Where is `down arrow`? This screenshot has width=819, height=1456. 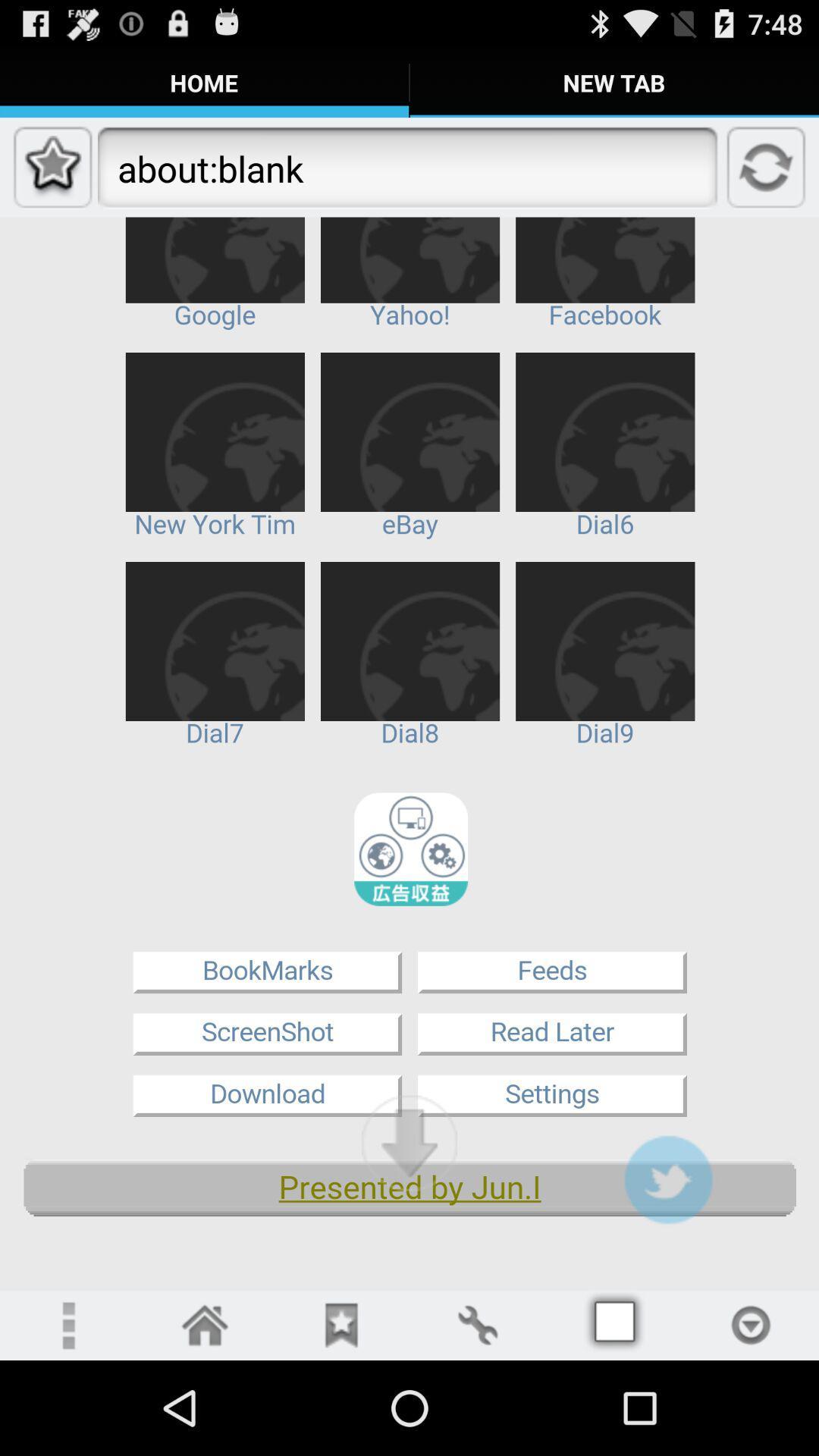
down arrow is located at coordinates (409, 1143).